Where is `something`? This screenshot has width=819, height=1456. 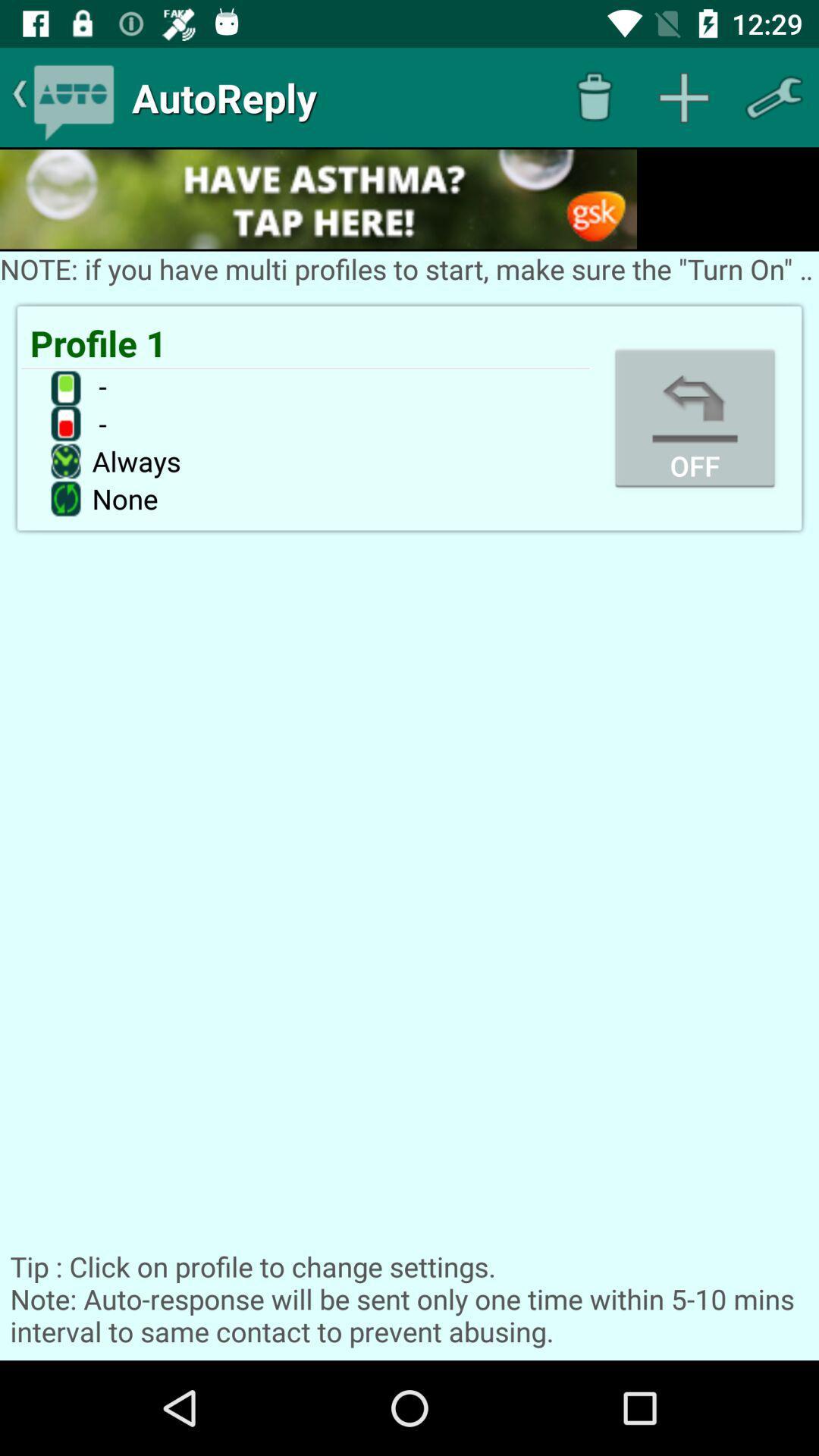 something is located at coordinates (684, 96).